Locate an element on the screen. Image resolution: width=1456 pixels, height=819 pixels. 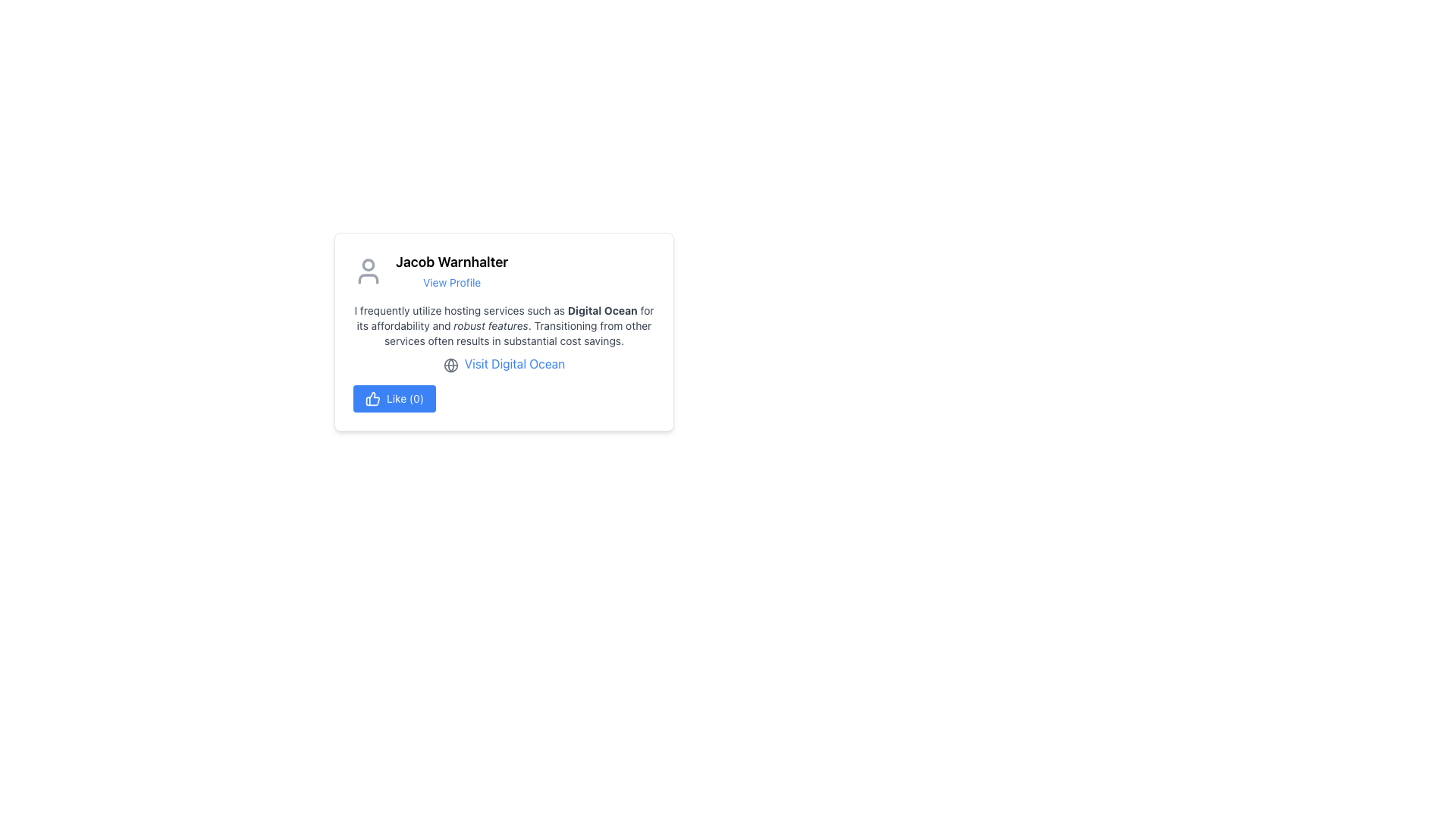
the text span displaying 'robust features', which is styled in a smaller grayish font and located centrally within a card layout, part of a paragraph about hosting services is located at coordinates (491, 325).